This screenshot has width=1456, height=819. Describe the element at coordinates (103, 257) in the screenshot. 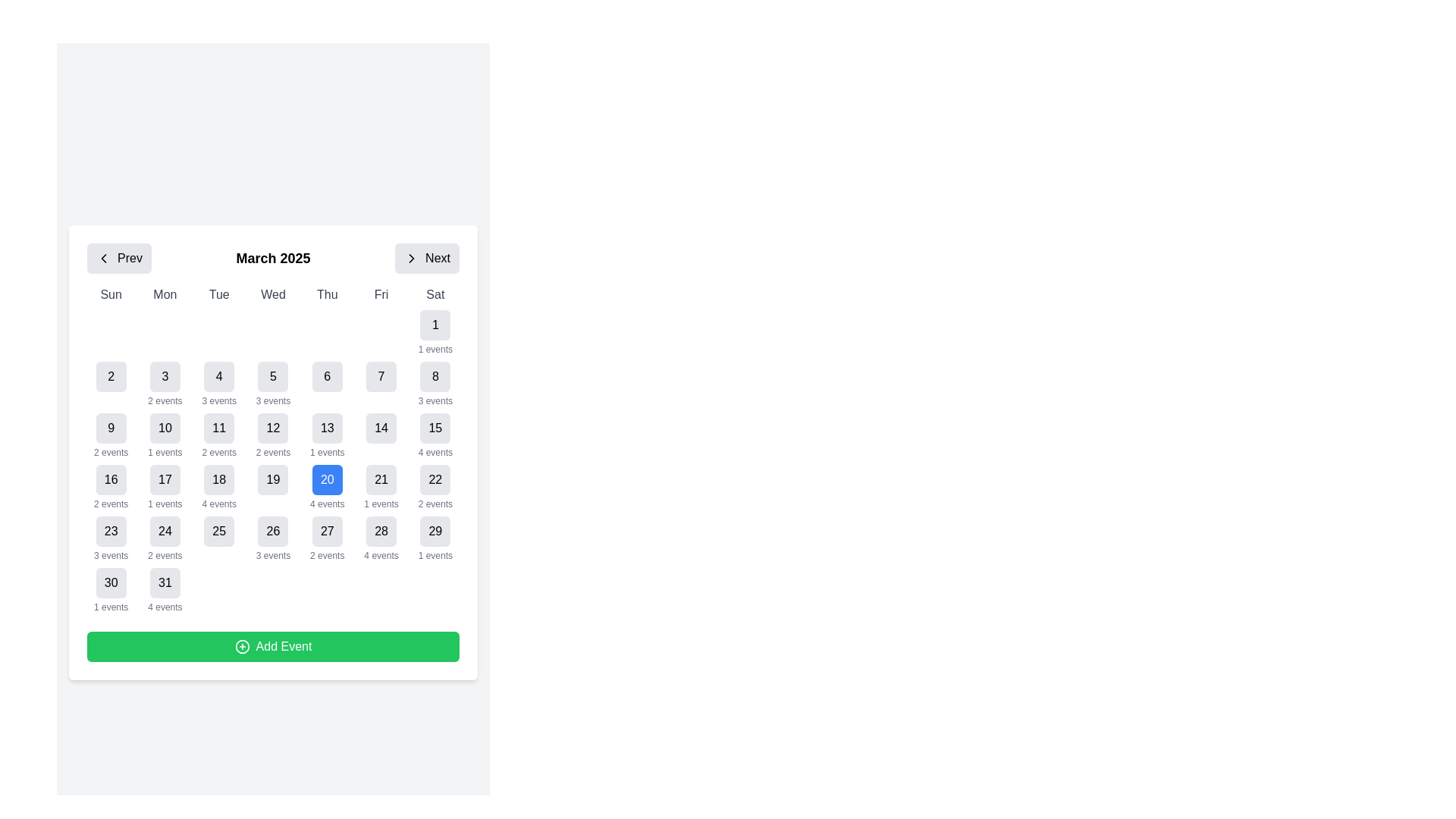

I see `the leftward-pointing chevron arrow inside the 'Prev' button in the top-left area of the calendar interface` at that location.